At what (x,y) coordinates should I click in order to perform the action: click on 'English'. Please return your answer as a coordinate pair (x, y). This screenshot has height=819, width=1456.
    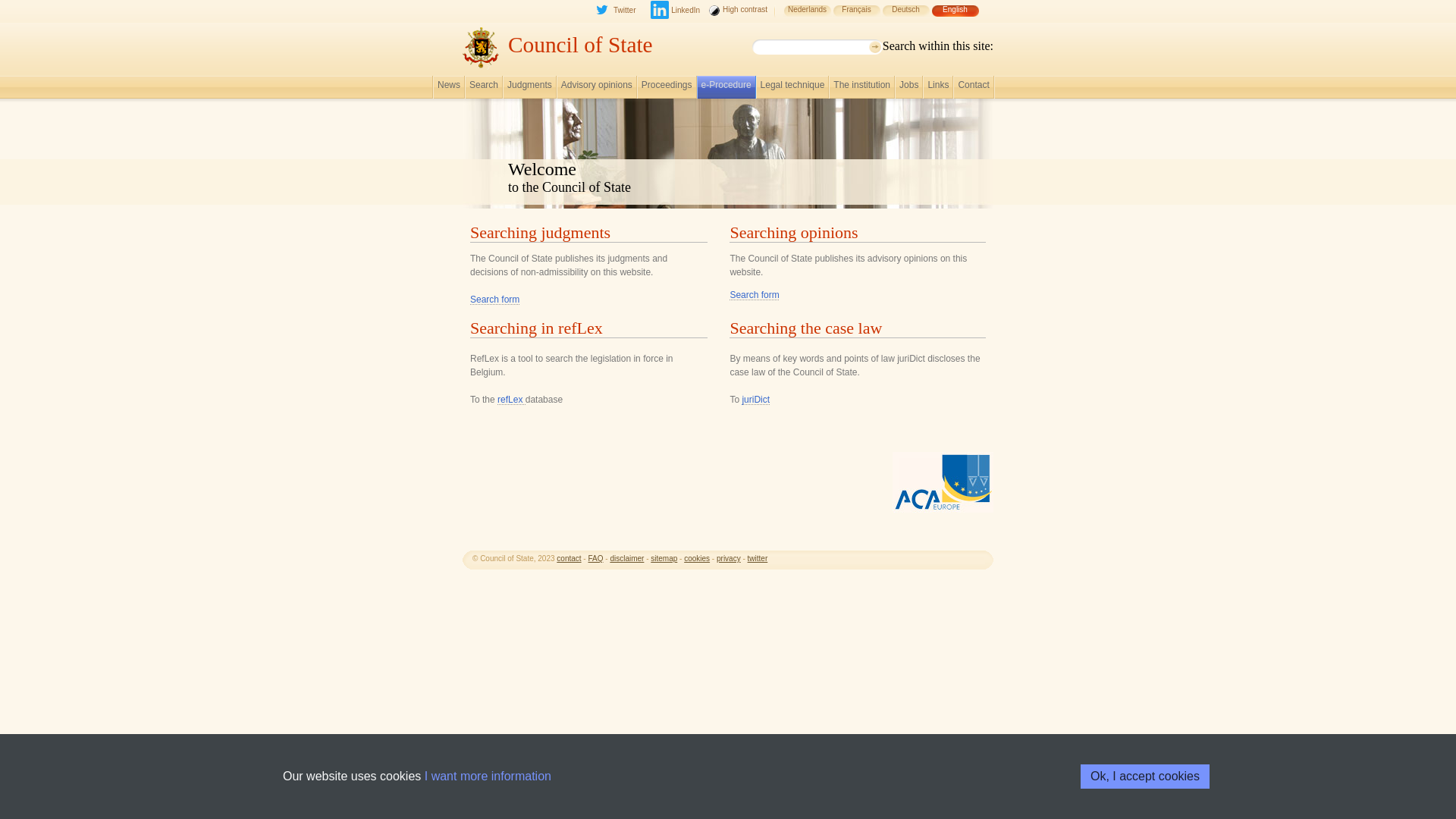
    Looking at the image, I should click on (954, 17).